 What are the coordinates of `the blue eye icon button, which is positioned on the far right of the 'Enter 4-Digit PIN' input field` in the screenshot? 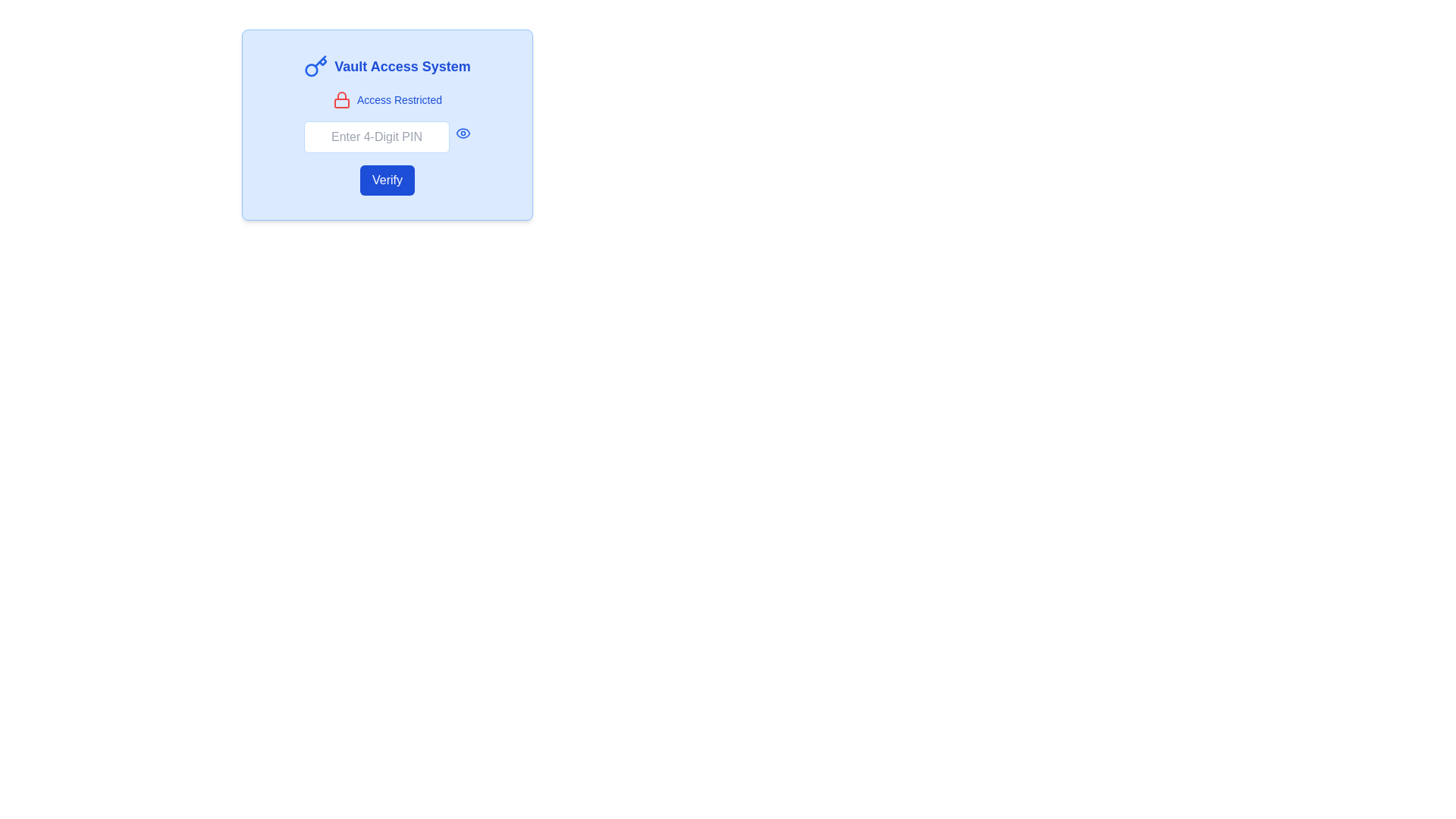 It's located at (462, 133).